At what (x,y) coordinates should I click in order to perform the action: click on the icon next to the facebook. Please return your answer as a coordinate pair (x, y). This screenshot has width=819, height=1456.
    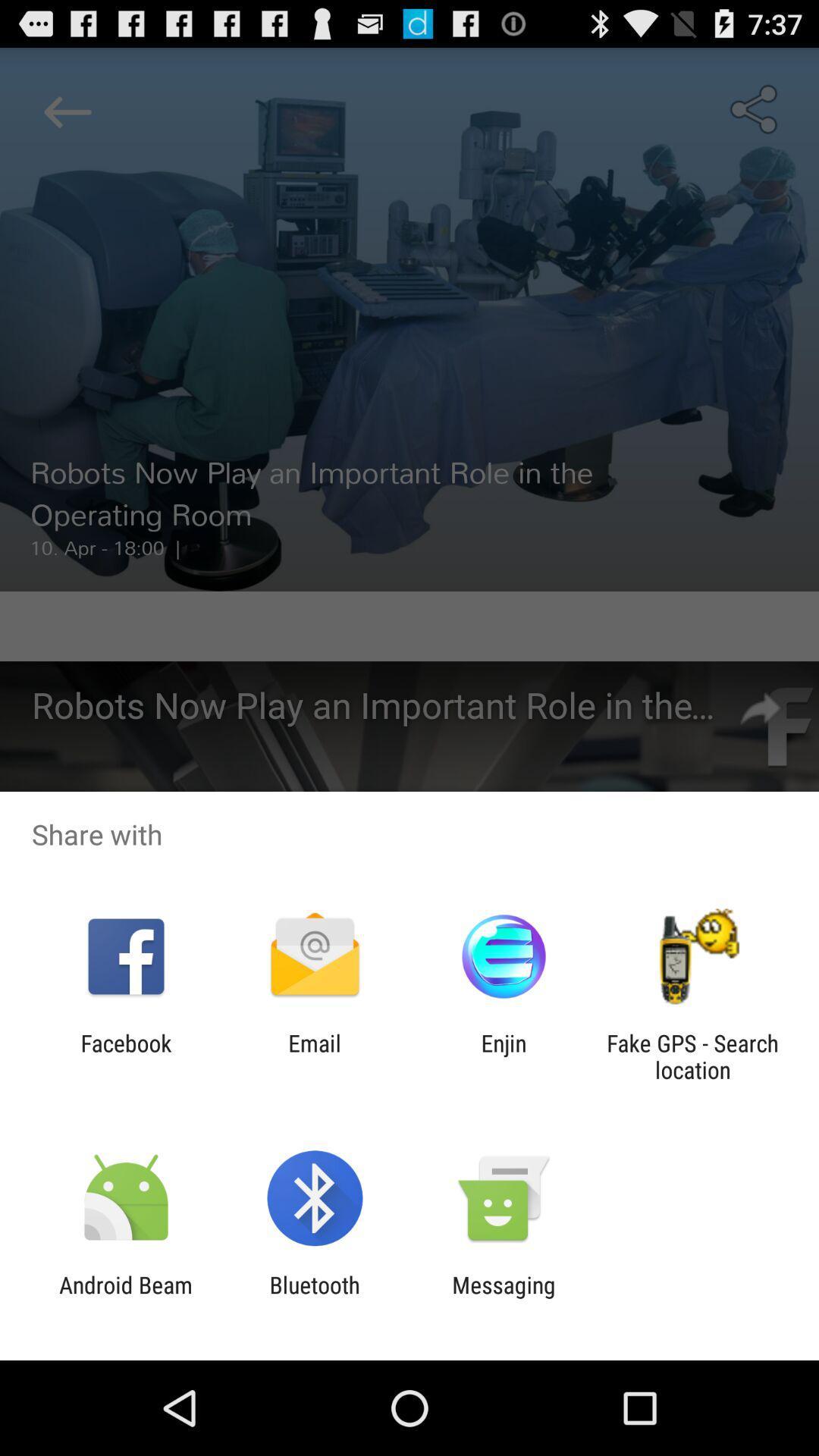
    Looking at the image, I should click on (314, 1056).